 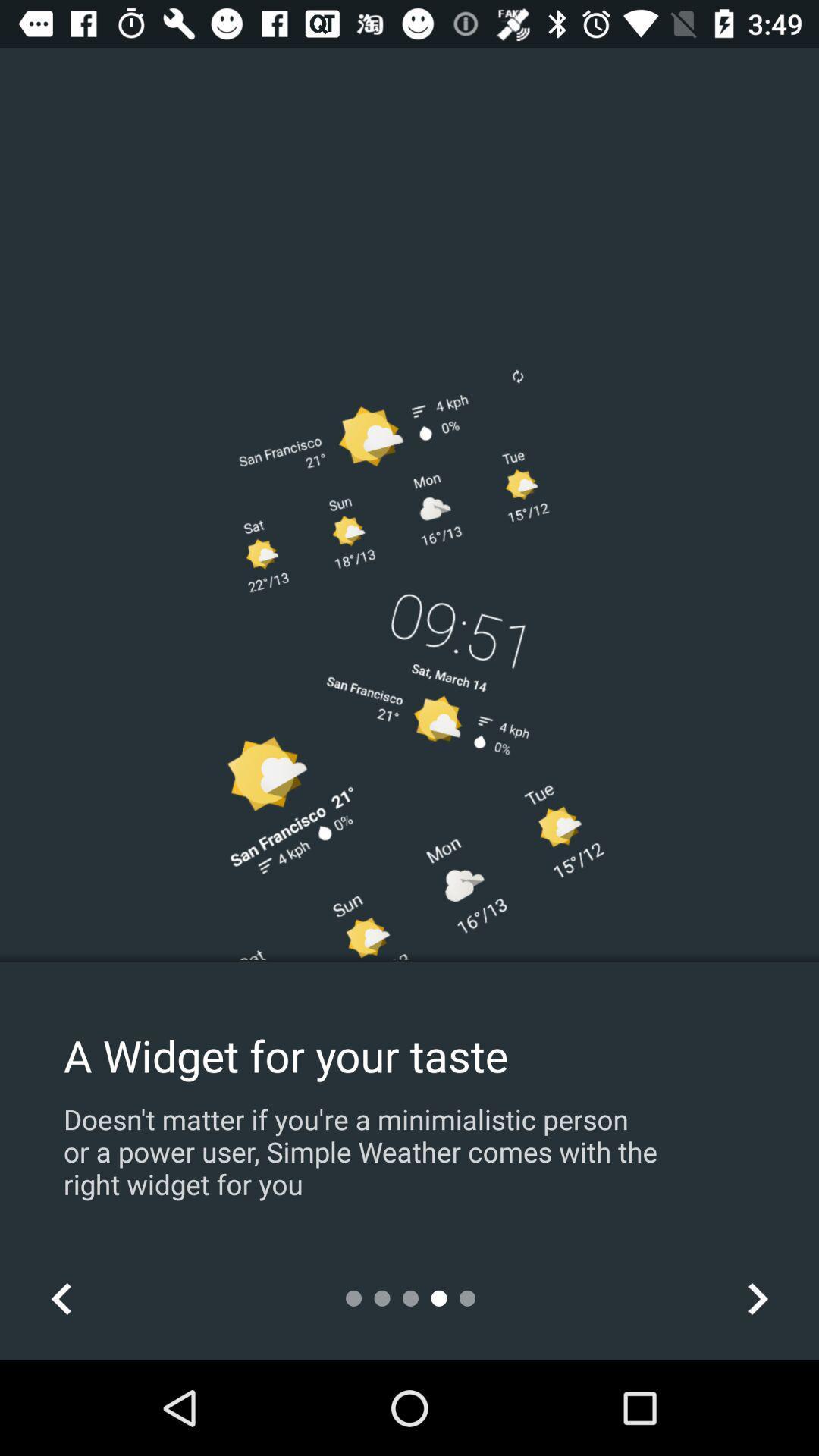 What do you see at coordinates (61, 1298) in the screenshot?
I see `the arrow_backward icon` at bounding box center [61, 1298].